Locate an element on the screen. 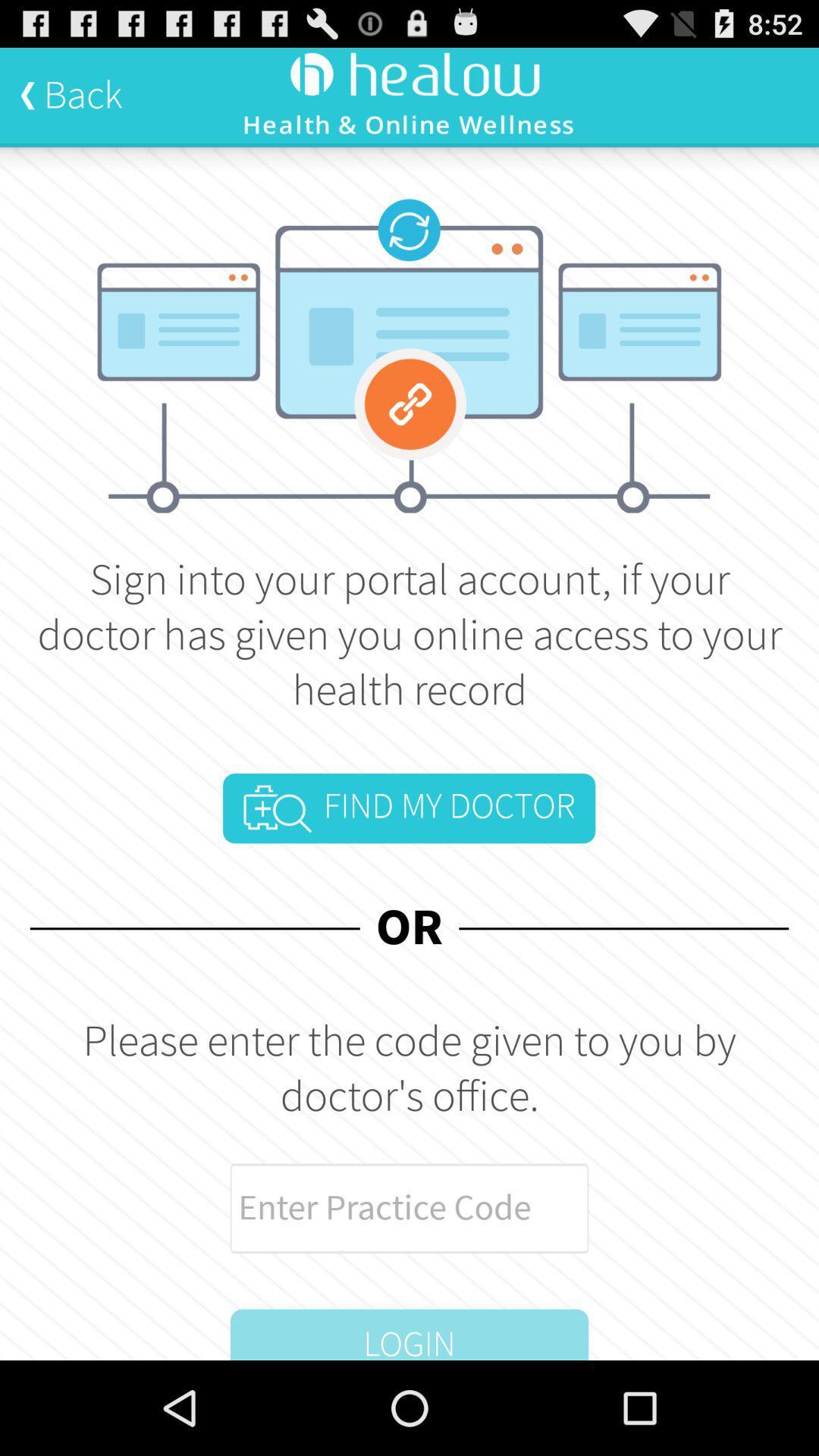 Image resolution: width=819 pixels, height=1456 pixels. back at the top left corner is located at coordinates (71, 94).